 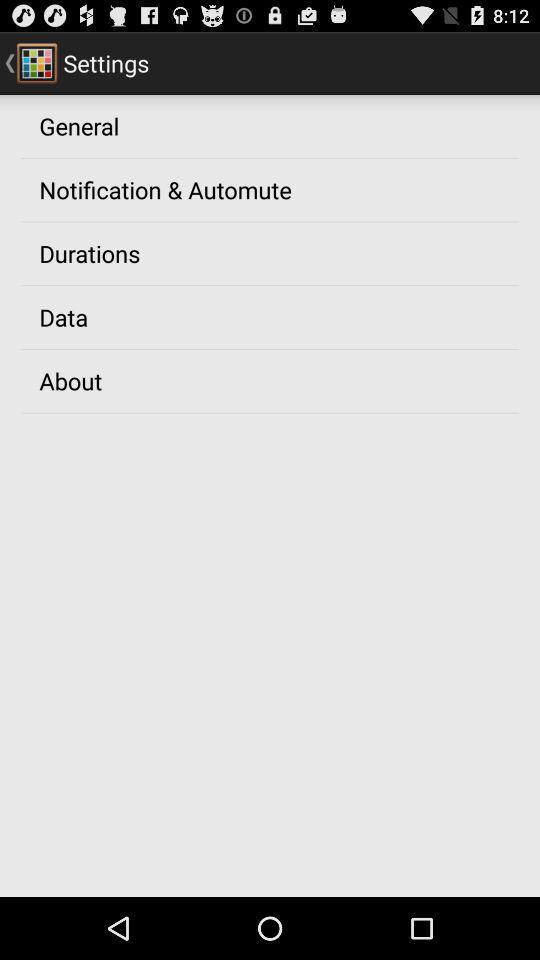 What do you see at coordinates (63, 317) in the screenshot?
I see `app above about item` at bounding box center [63, 317].